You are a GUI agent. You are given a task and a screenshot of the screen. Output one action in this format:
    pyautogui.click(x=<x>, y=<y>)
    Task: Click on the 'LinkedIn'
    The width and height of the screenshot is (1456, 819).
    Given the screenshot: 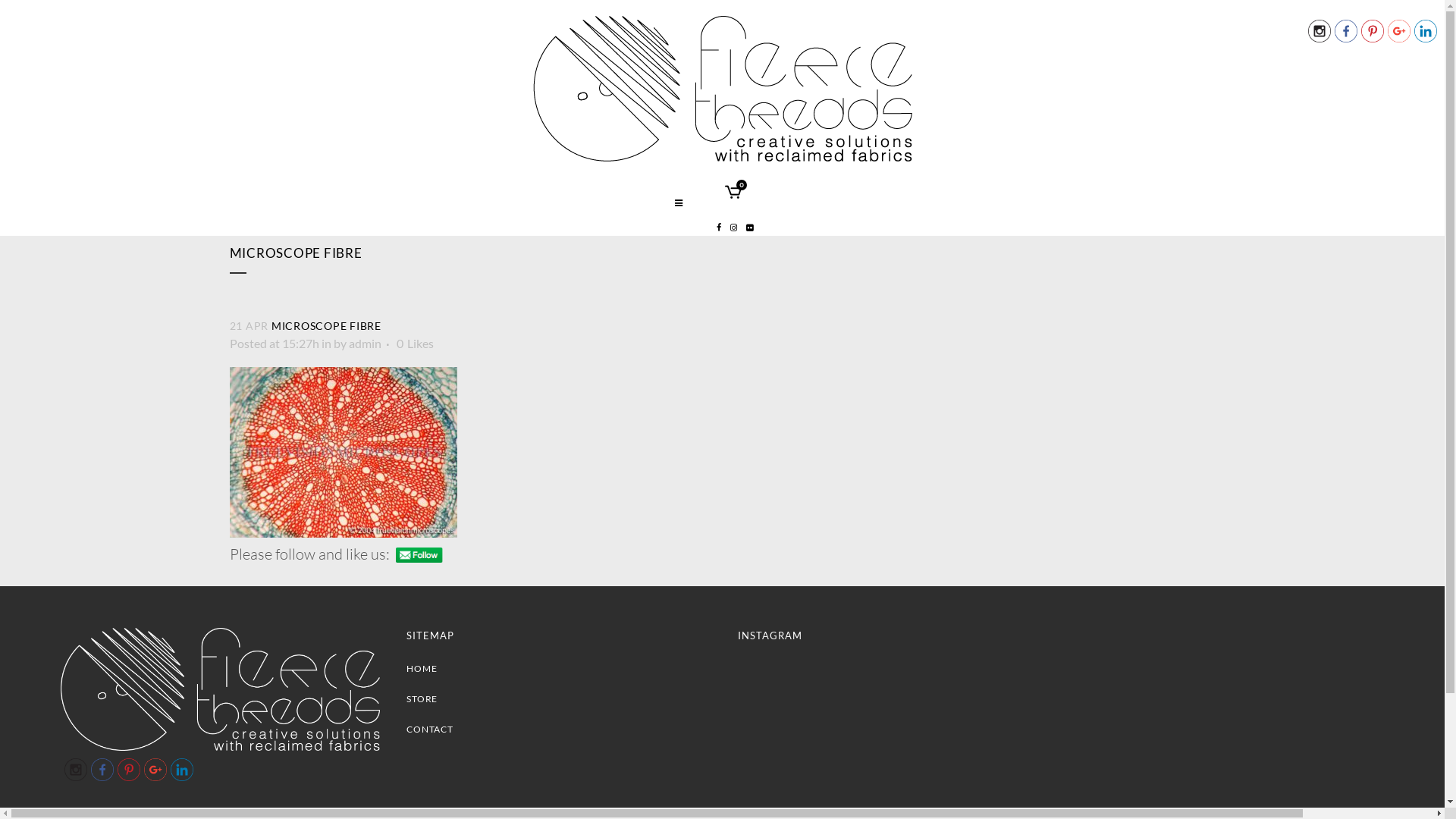 What is the action you would take?
    pyautogui.click(x=1425, y=31)
    